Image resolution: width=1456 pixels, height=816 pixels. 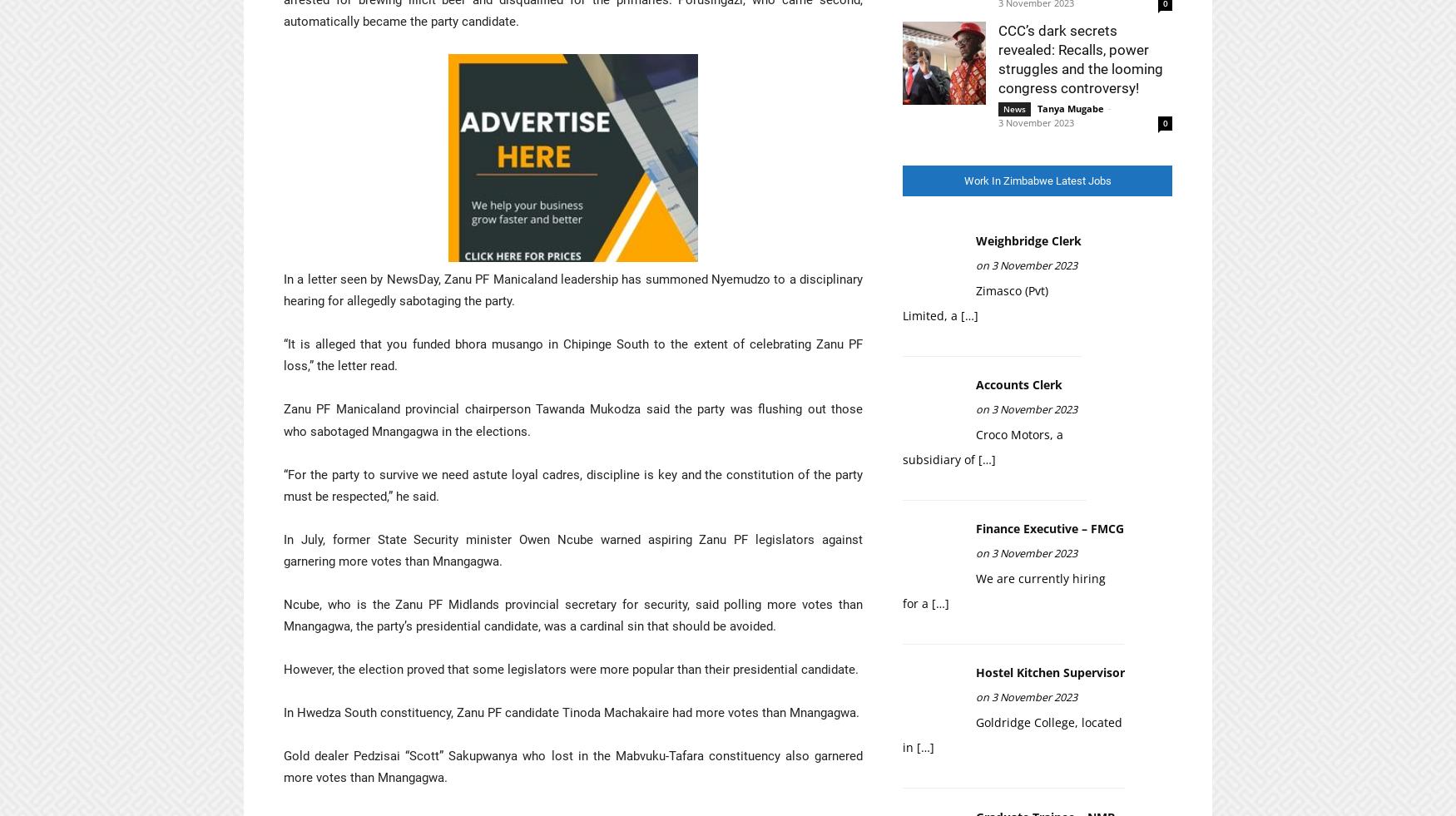 I want to click on 'CCC’s dark secrets revealed: Recalls, power struggles and the looming congress controversy!', so click(x=1080, y=58).